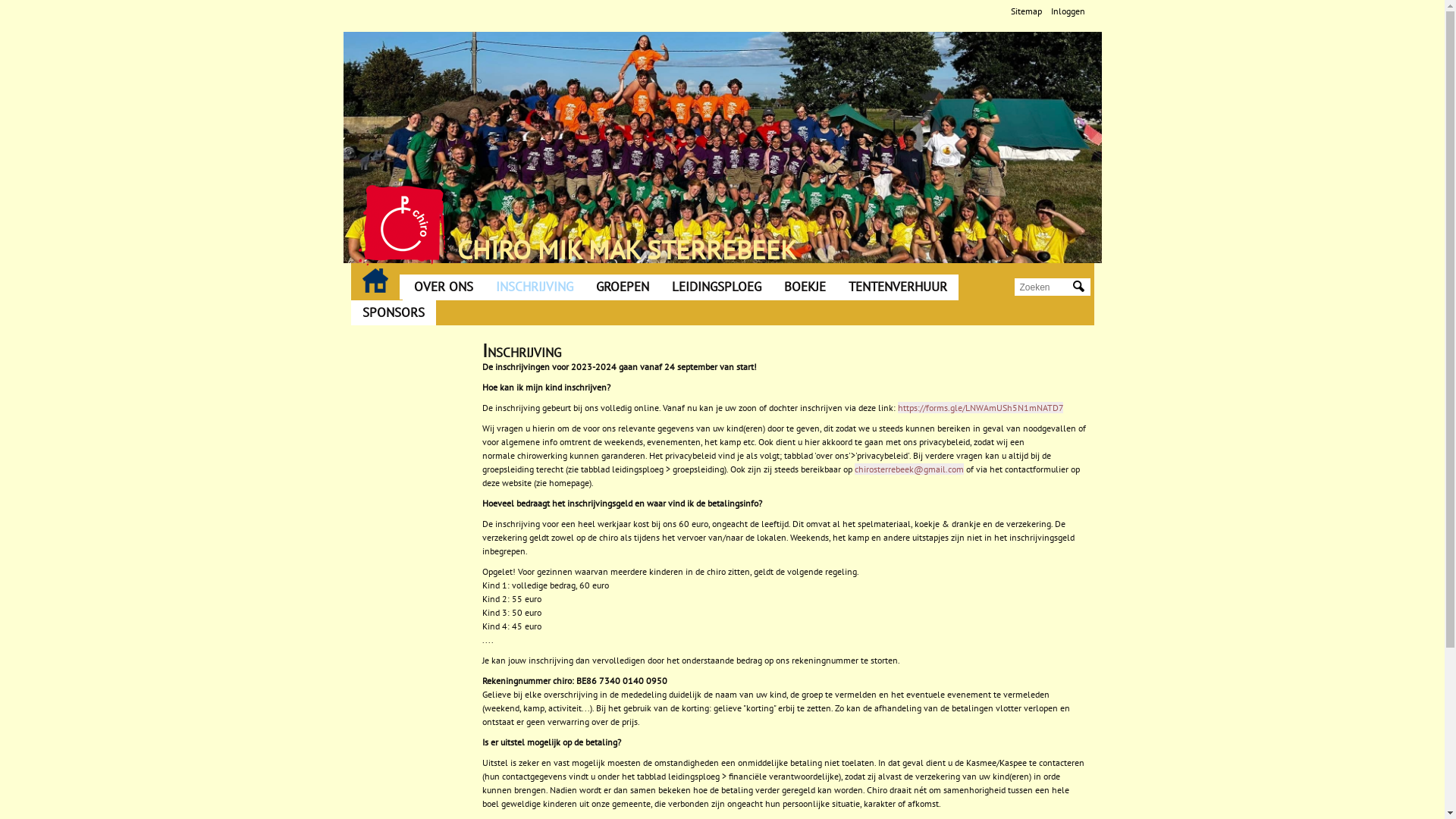 The width and height of the screenshot is (1456, 819). Describe the element at coordinates (1025, 11) in the screenshot. I see `'Sitemap'` at that location.